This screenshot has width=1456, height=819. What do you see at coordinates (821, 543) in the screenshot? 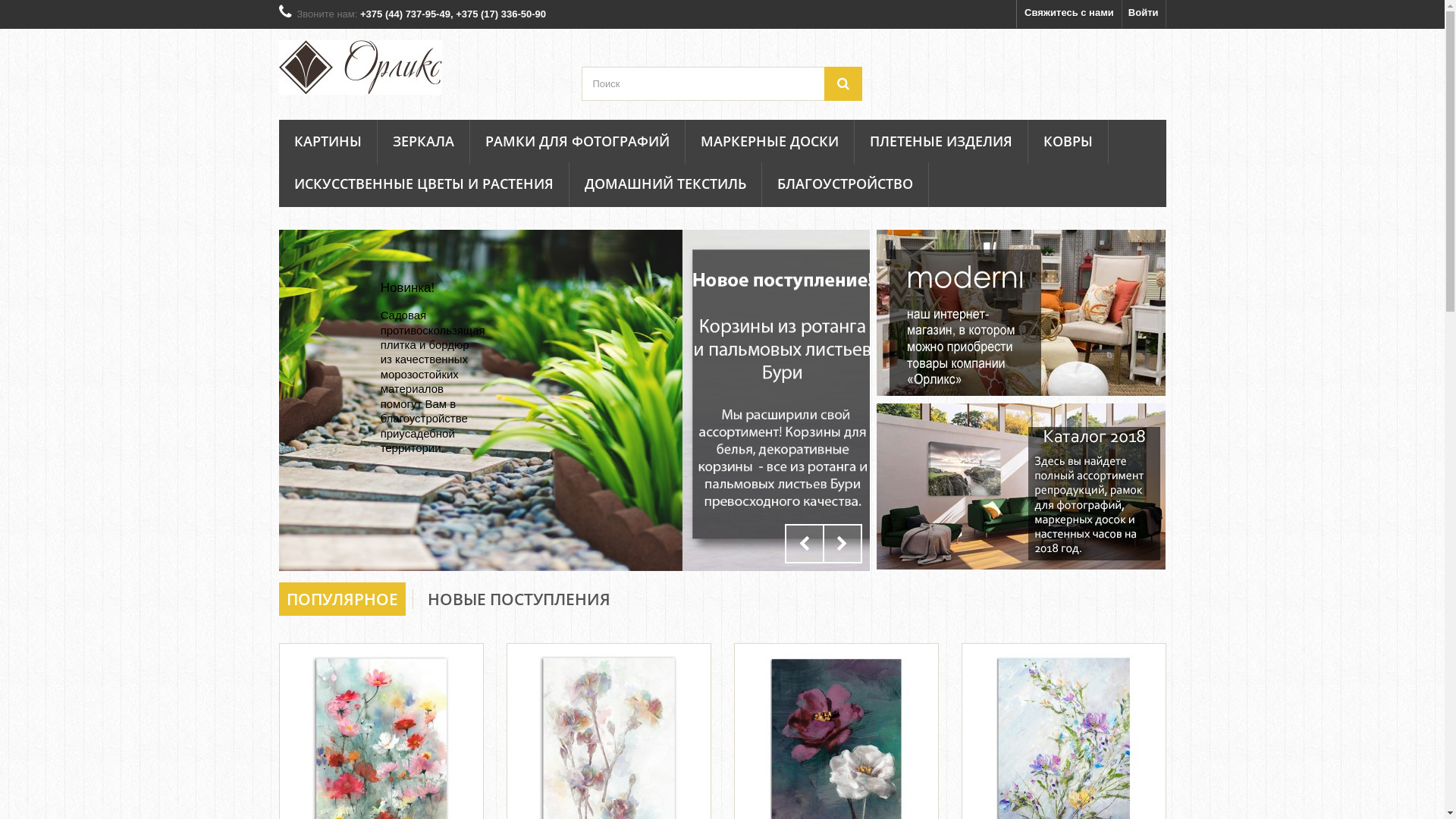
I see `'Next'` at bounding box center [821, 543].